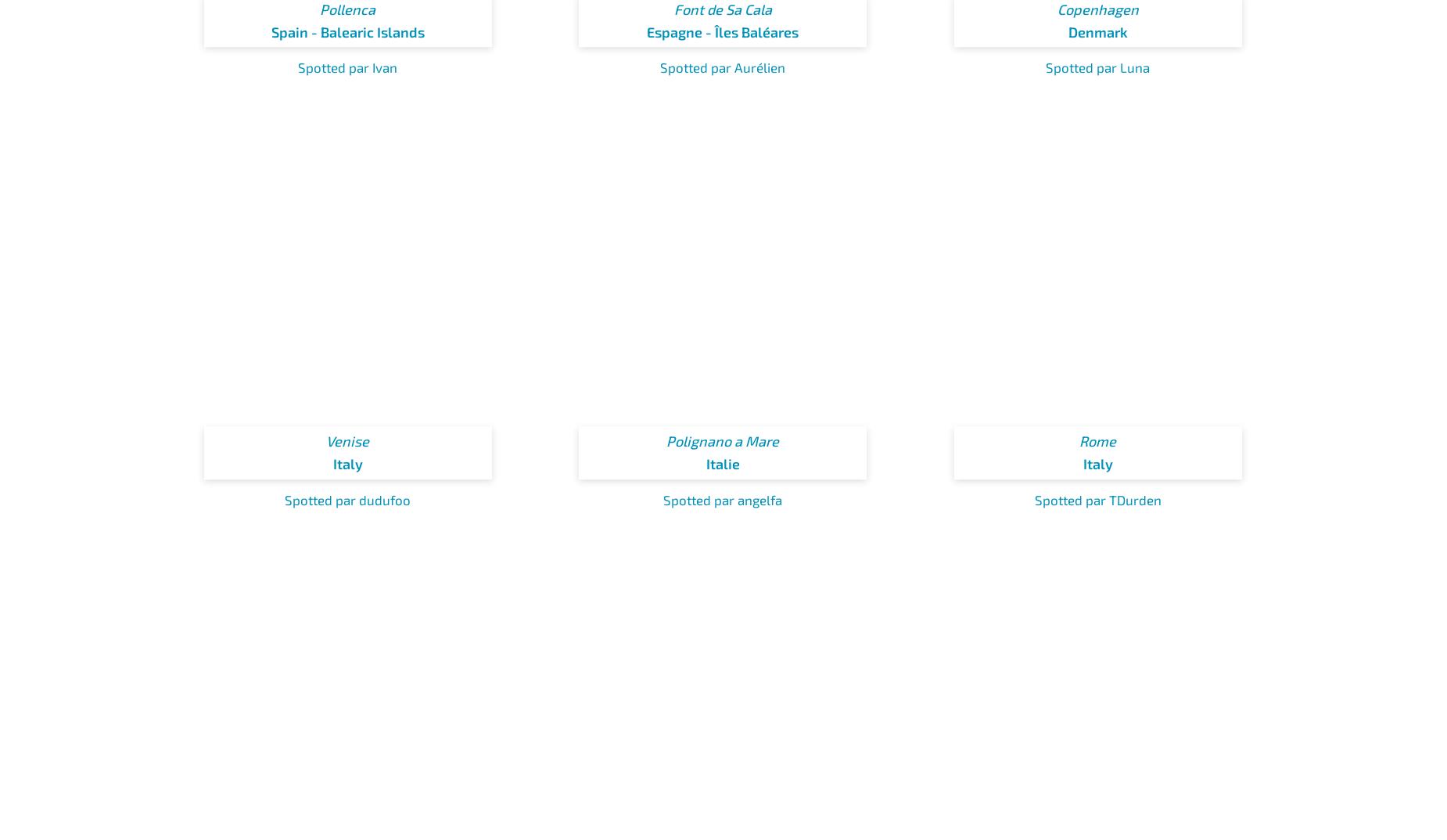 The image size is (1447, 840). What do you see at coordinates (723, 30) in the screenshot?
I see `'Espagne - Îles Baléares'` at bounding box center [723, 30].